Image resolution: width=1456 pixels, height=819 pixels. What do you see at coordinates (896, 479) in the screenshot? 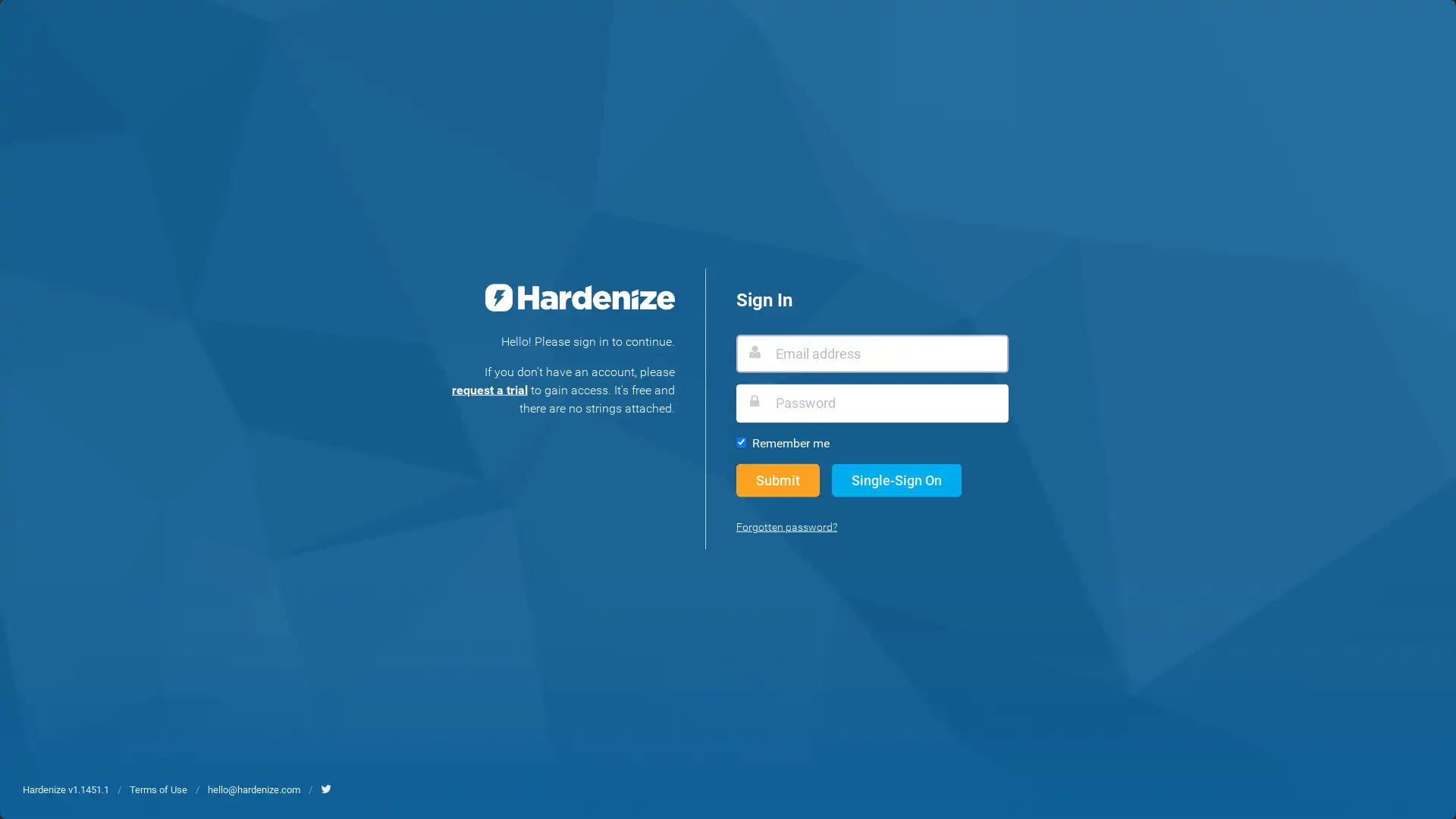
I see `Single-Sign On` at bounding box center [896, 479].